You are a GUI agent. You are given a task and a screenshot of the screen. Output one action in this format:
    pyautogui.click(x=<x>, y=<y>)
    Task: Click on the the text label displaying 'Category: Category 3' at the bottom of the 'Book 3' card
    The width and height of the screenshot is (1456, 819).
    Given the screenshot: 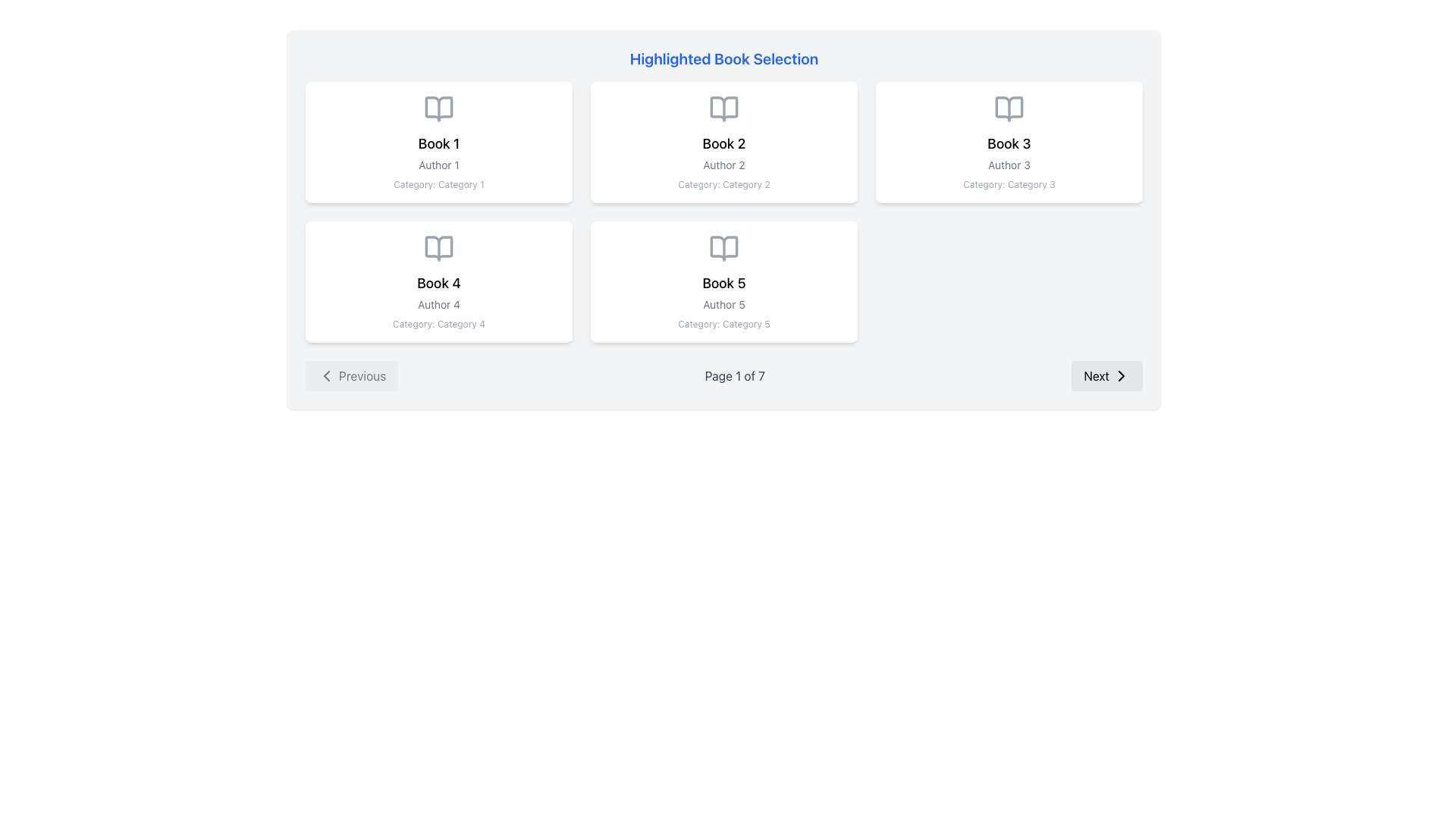 What is the action you would take?
    pyautogui.click(x=1009, y=184)
    